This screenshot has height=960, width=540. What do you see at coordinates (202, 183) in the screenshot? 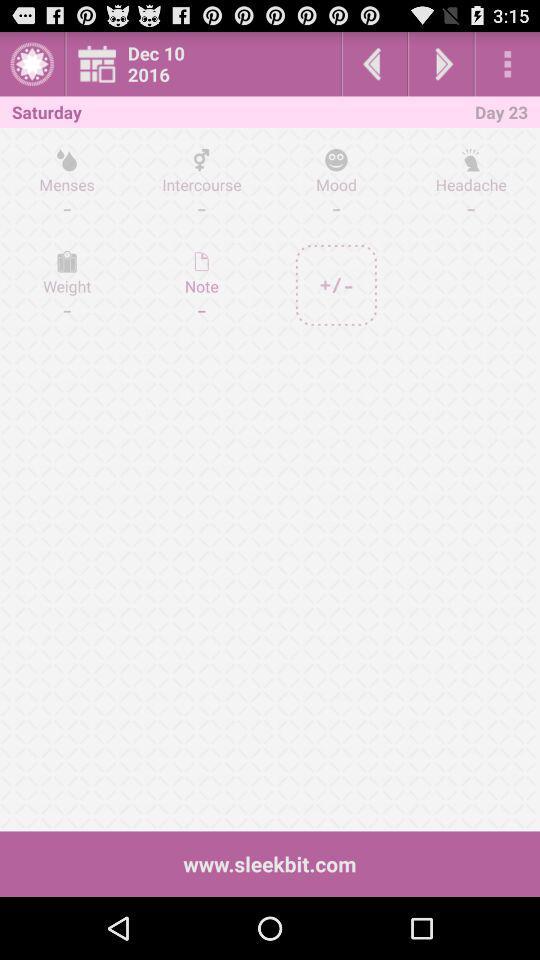
I see `intercourse which is next to menses` at bounding box center [202, 183].